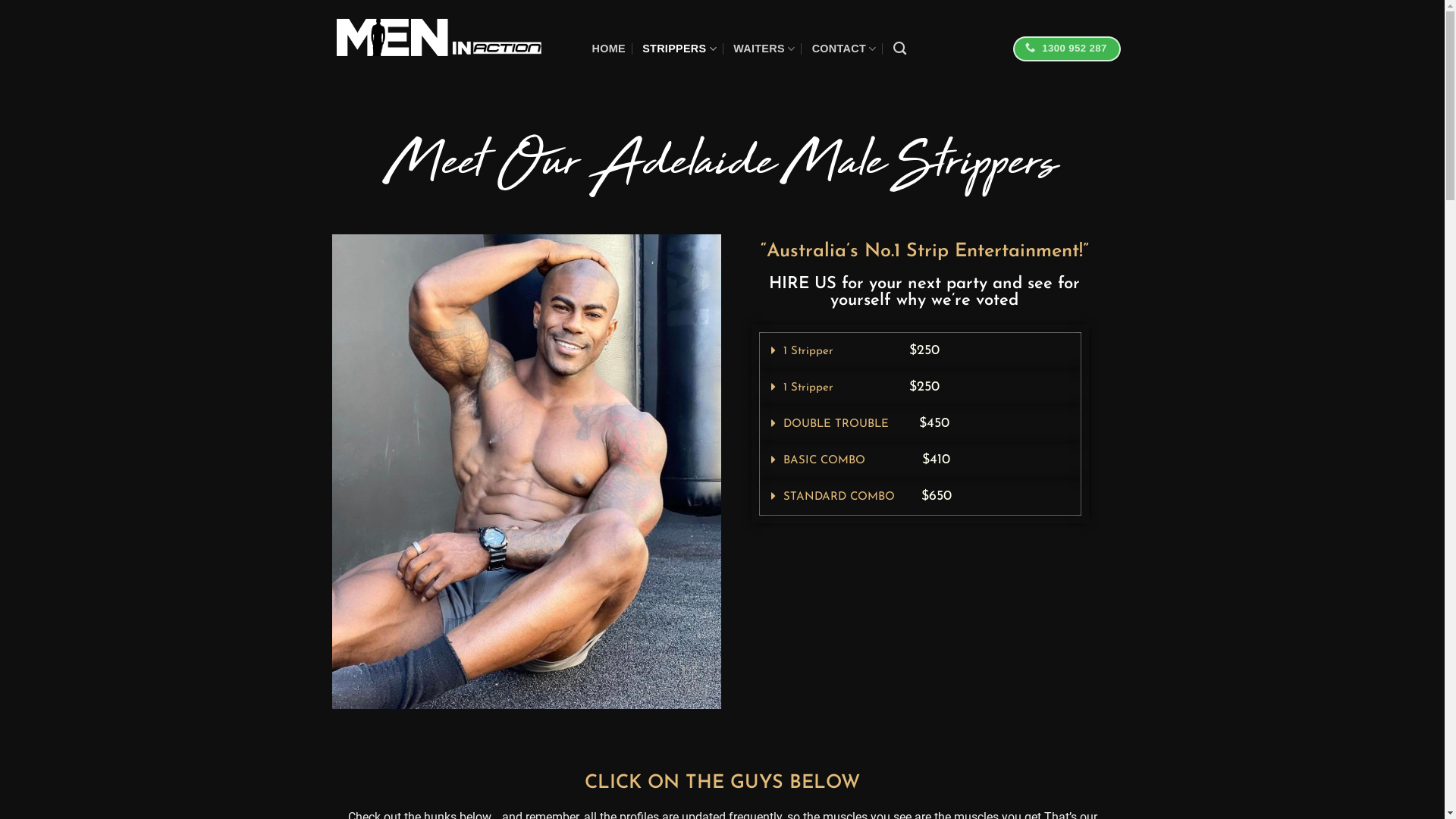 The image size is (1456, 819). Describe the element at coordinates (843, 48) in the screenshot. I see `'CONTACT'` at that location.